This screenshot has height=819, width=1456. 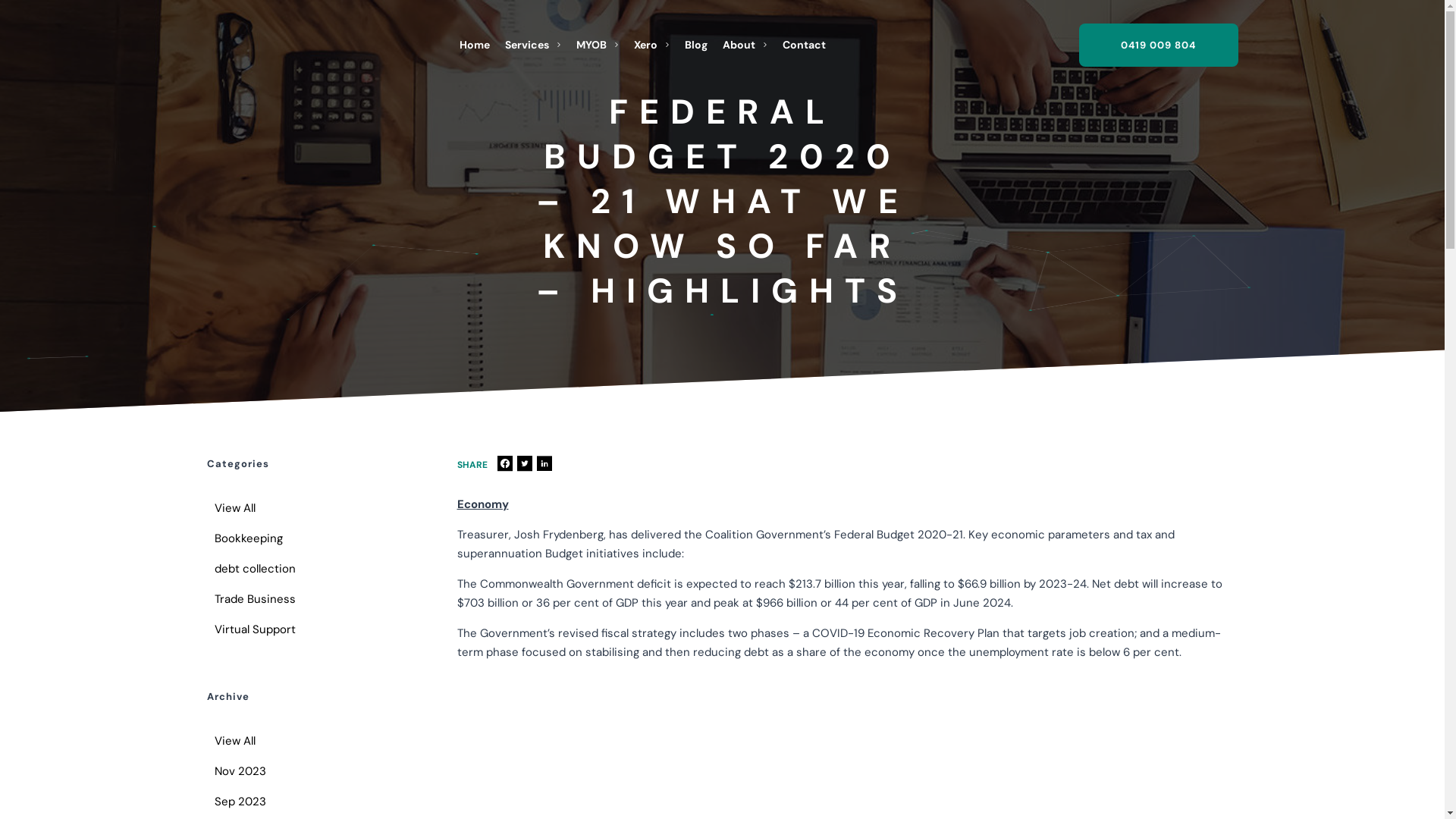 What do you see at coordinates (206, 800) in the screenshot?
I see `'Sep 2023'` at bounding box center [206, 800].